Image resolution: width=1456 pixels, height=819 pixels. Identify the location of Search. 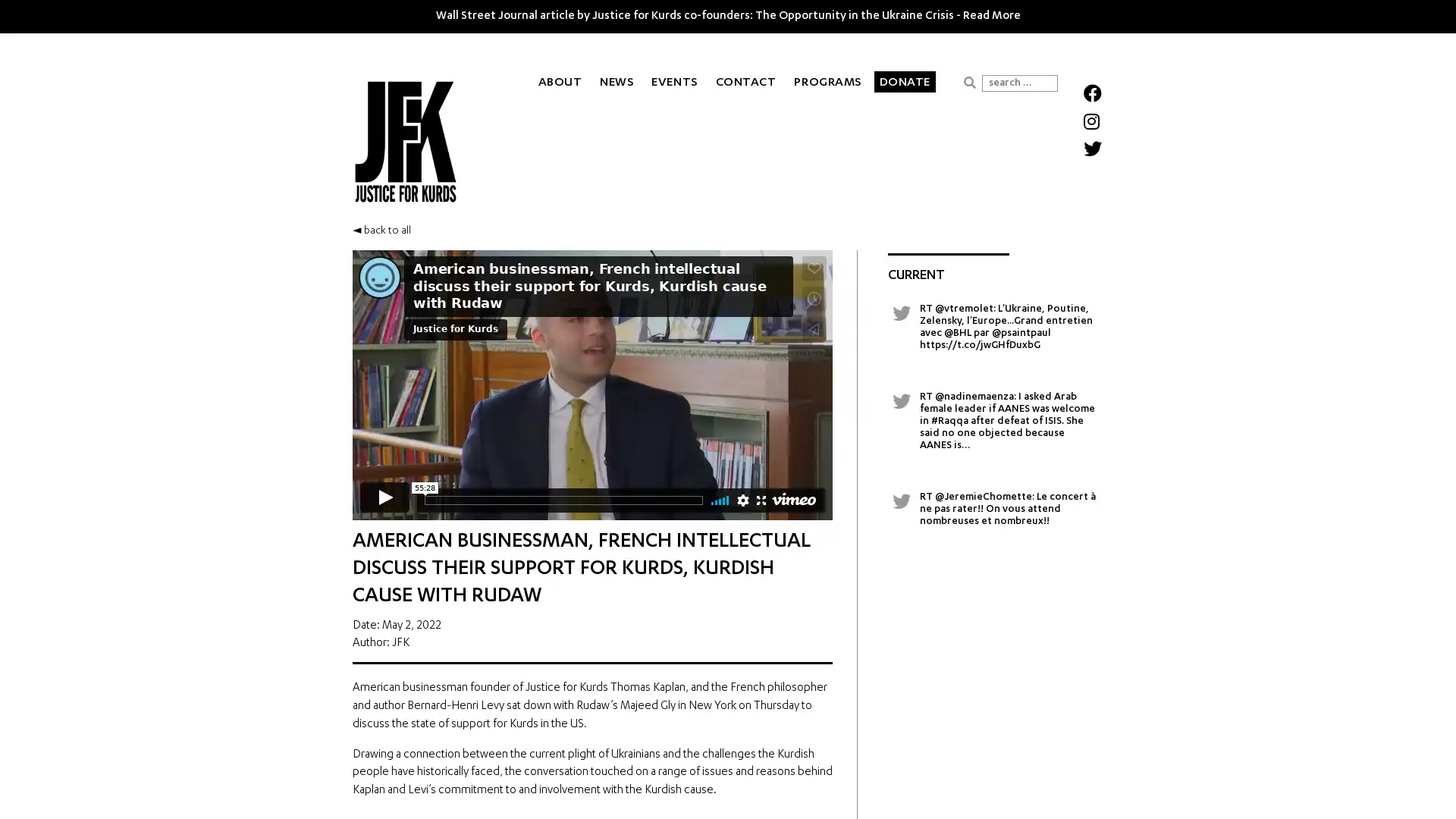
(968, 82).